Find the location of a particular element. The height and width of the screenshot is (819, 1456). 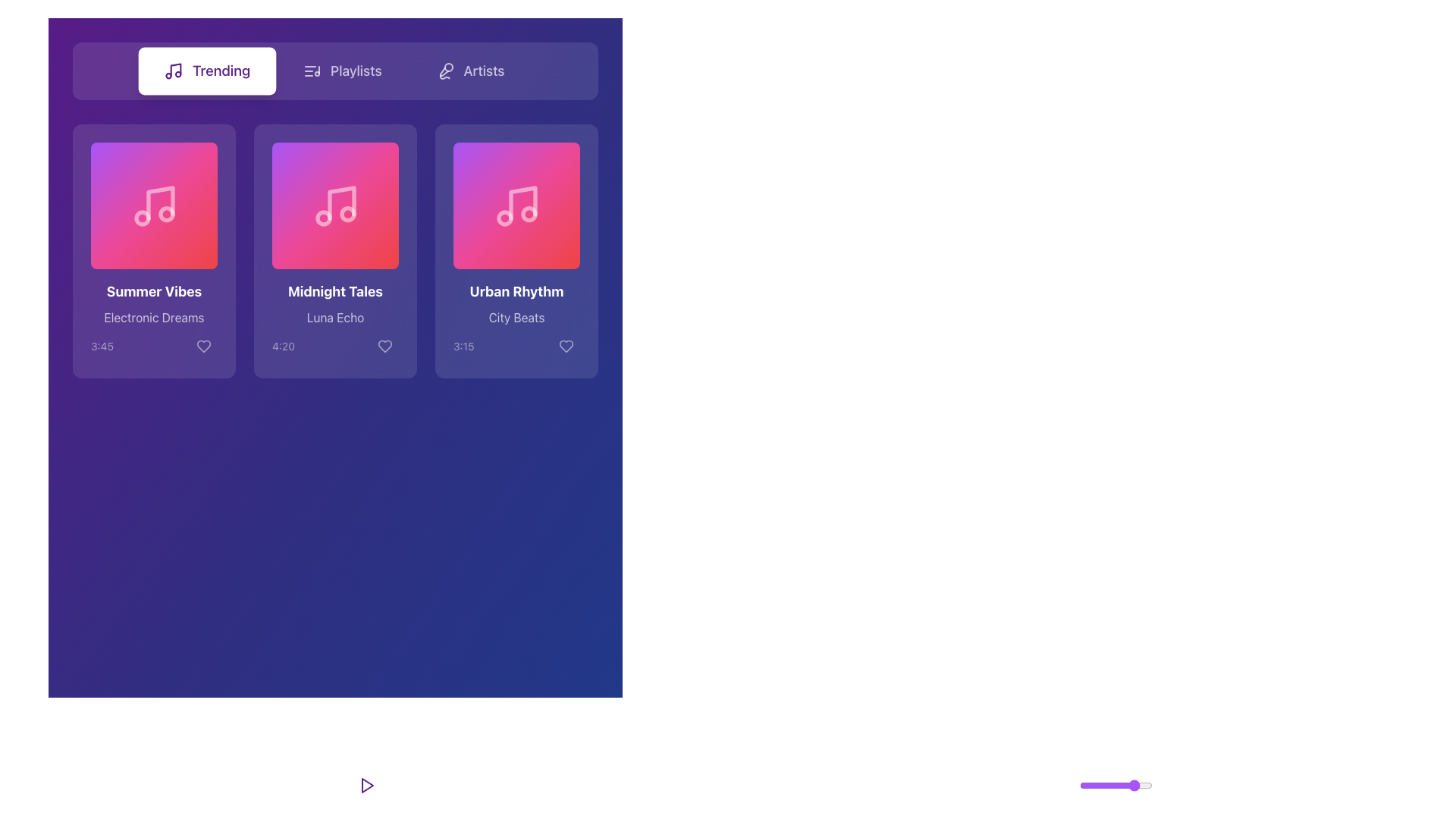

the heart-shaped favorite icon located centrally below the title 'Midnight Tales' in the second card of the 'Trending' section is located at coordinates (385, 346).